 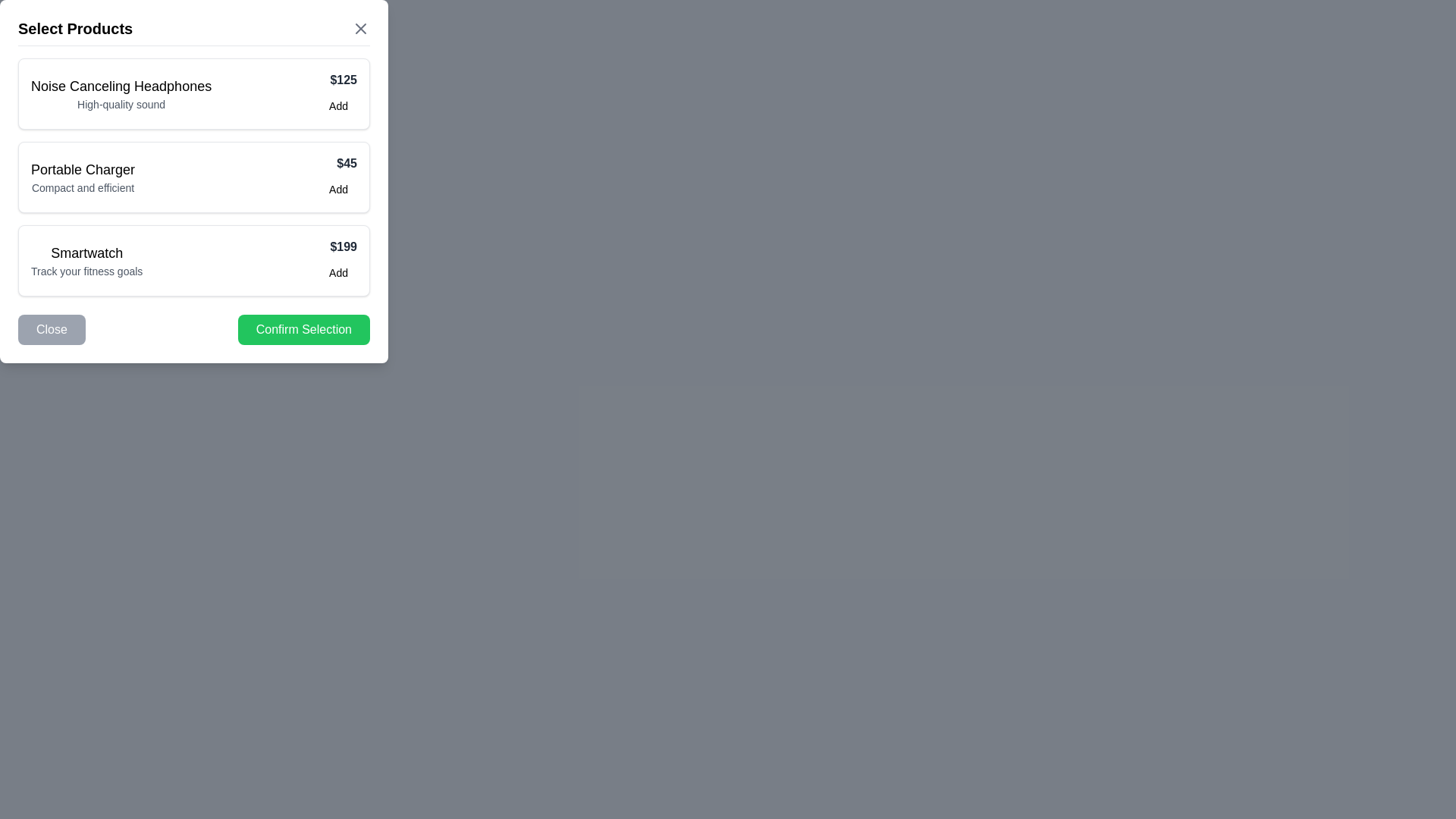 What do you see at coordinates (359, 29) in the screenshot?
I see `the close button located in the top-right corner of the 'Select Products' header` at bounding box center [359, 29].